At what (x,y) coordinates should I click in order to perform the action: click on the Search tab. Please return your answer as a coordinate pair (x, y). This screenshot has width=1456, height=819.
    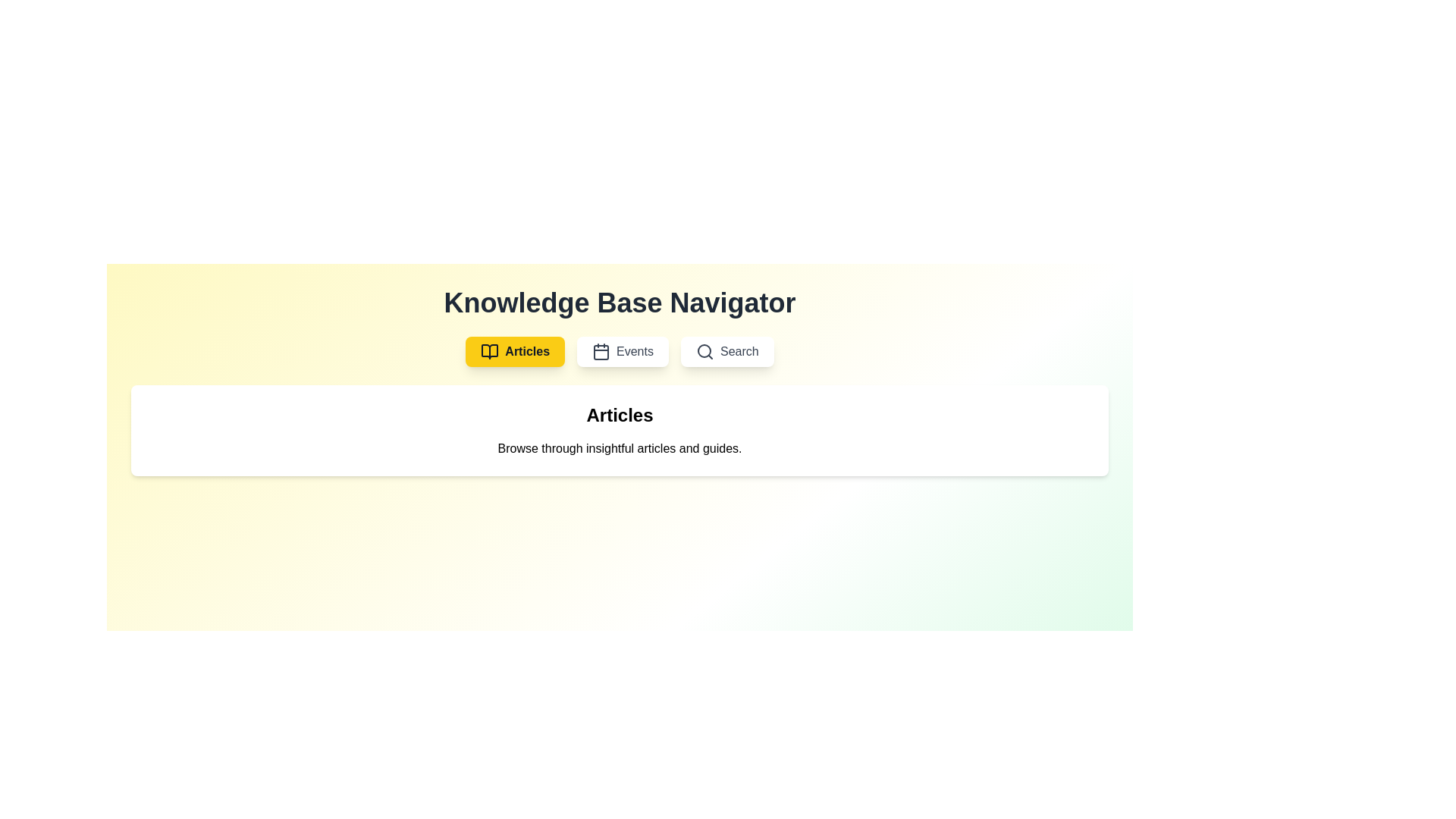
    Looking at the image, I should click on (726, 351).